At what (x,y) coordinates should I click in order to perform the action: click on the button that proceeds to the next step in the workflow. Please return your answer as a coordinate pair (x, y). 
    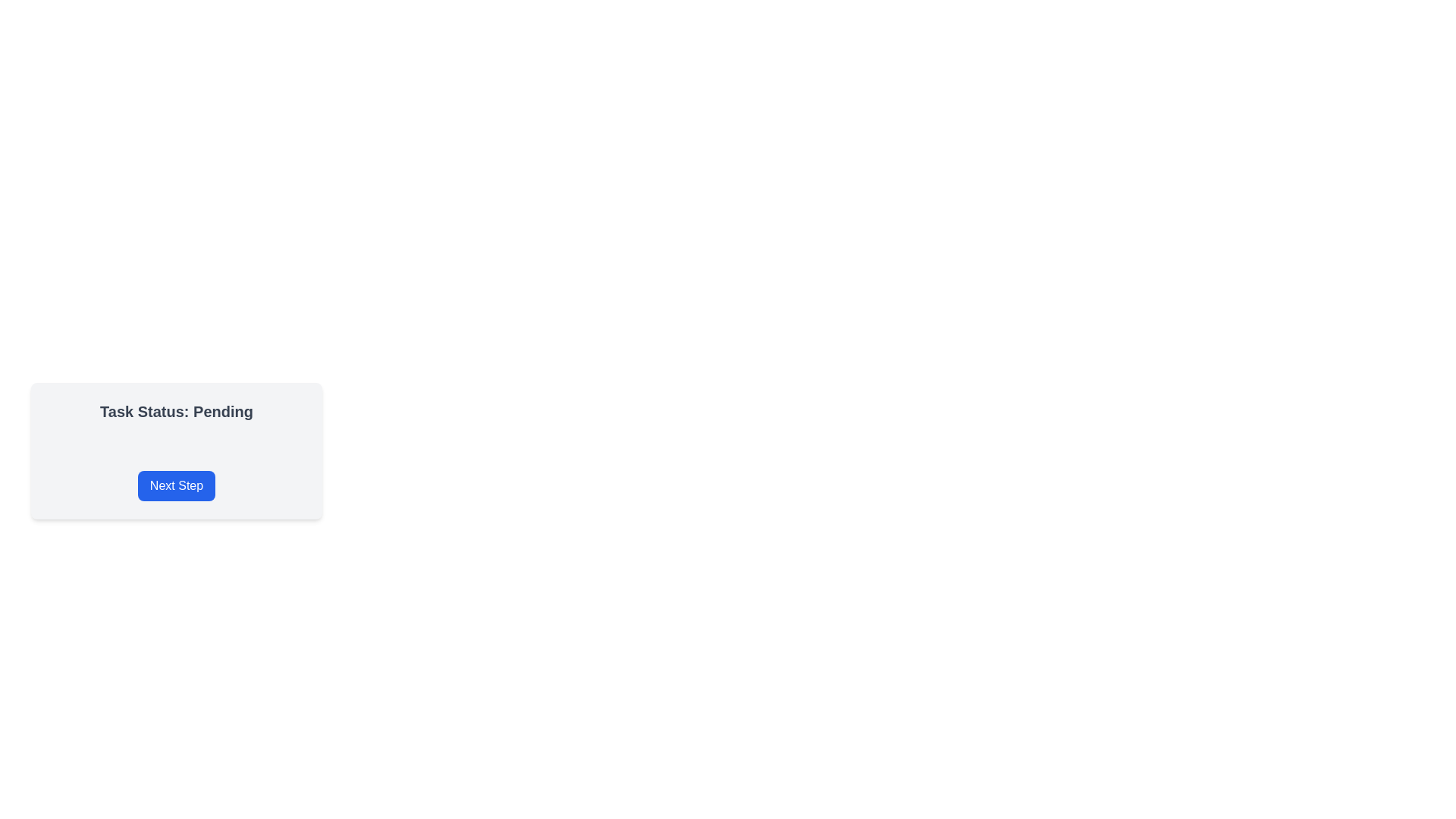
    Looking at the image, I should click on (176, 485).